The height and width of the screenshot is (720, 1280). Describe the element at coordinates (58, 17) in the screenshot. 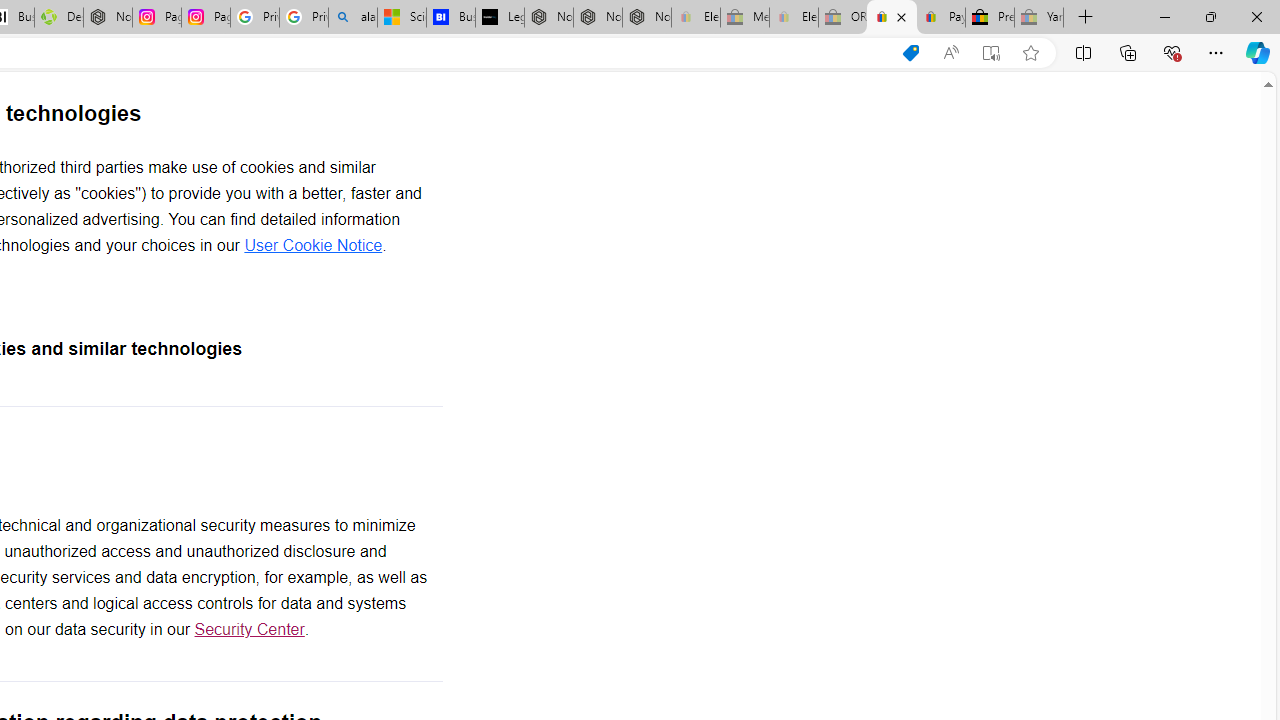

I see `'Descarga Driver Updater'` at that location.